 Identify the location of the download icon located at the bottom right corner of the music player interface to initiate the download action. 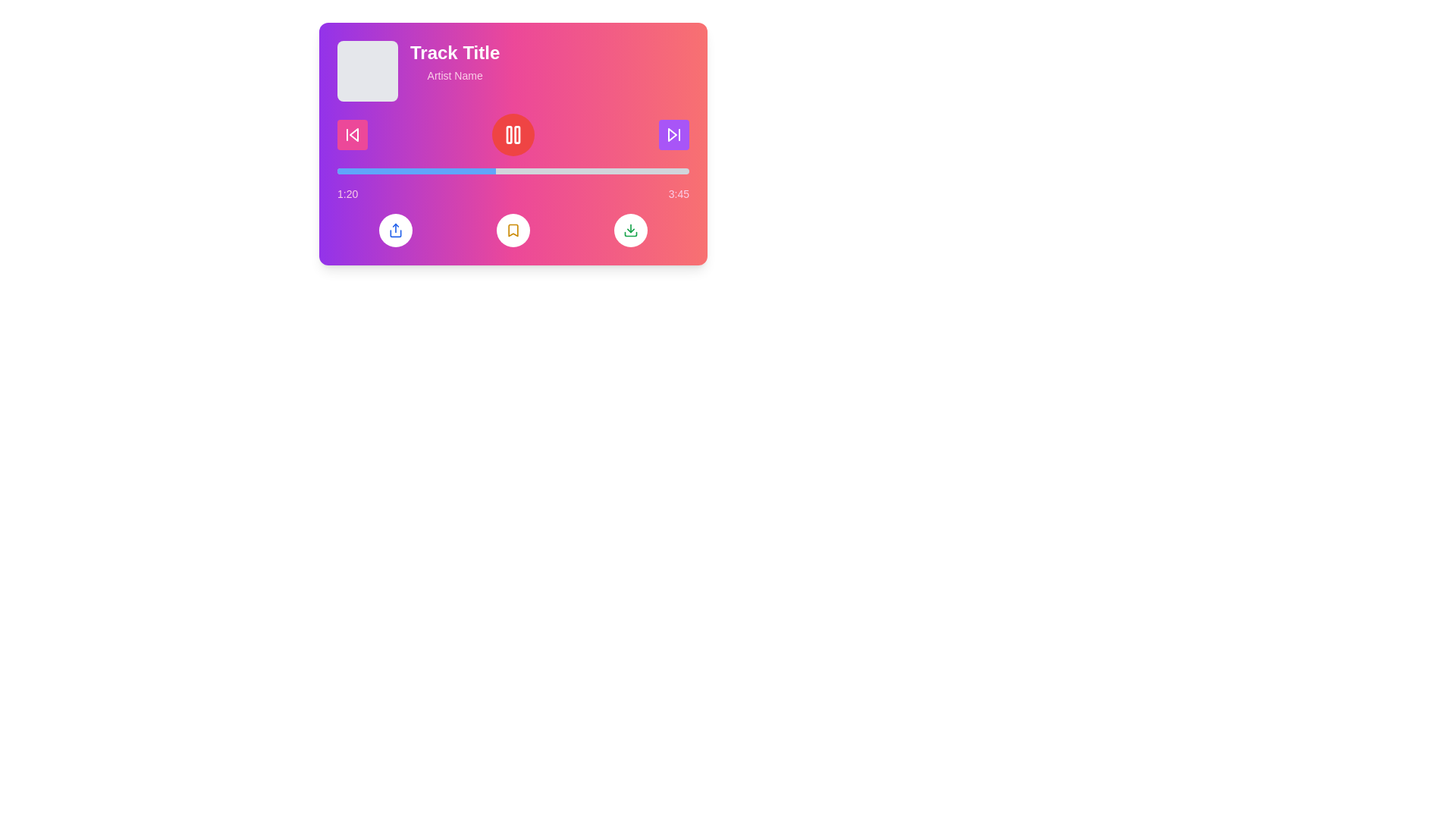
(630, 231).